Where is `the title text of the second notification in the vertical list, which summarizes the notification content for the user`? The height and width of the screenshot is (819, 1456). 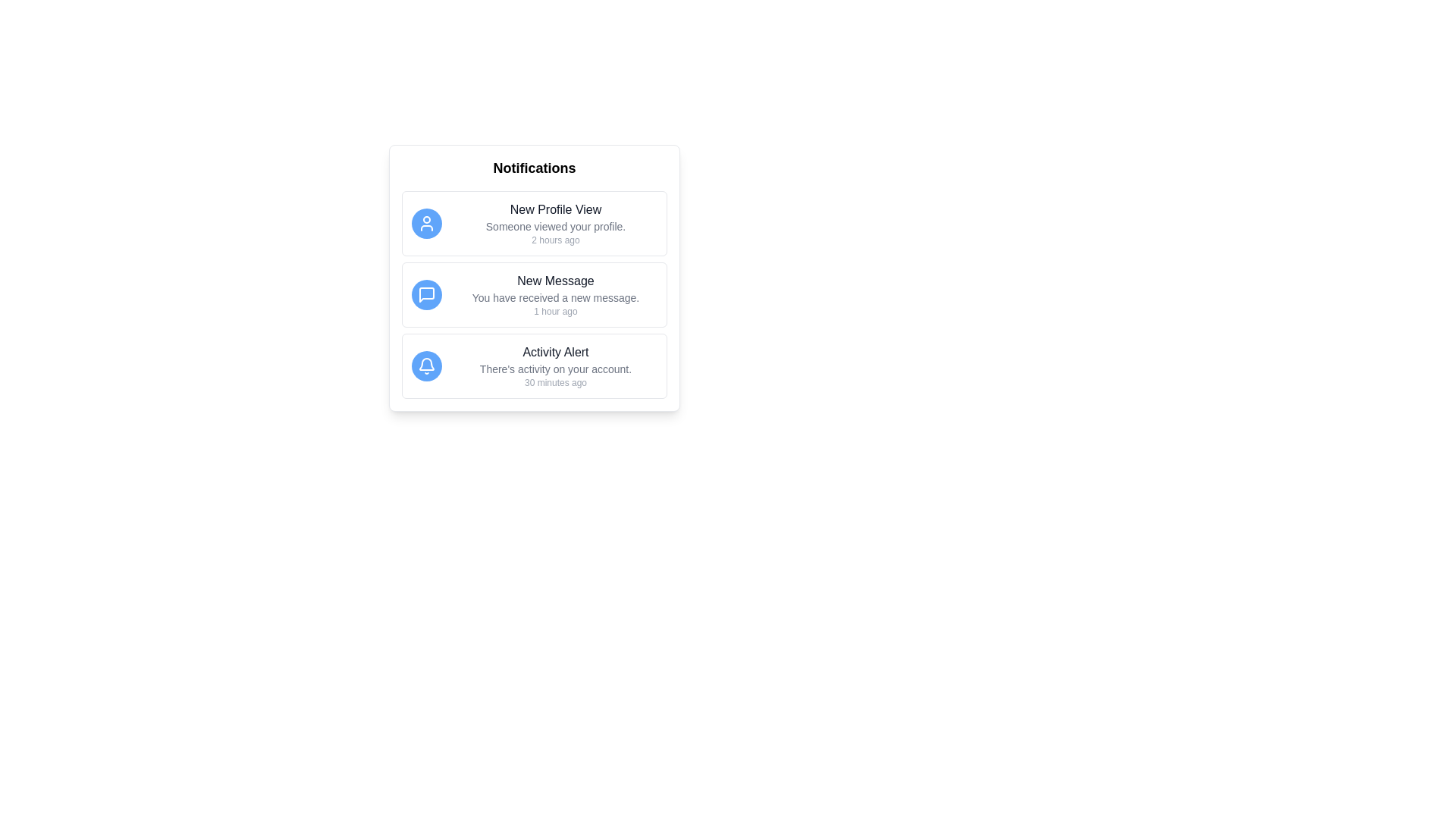
the title text of the second notification in the vertical list, which summarizes the notification content for the user is located at coordinates (555, 281).